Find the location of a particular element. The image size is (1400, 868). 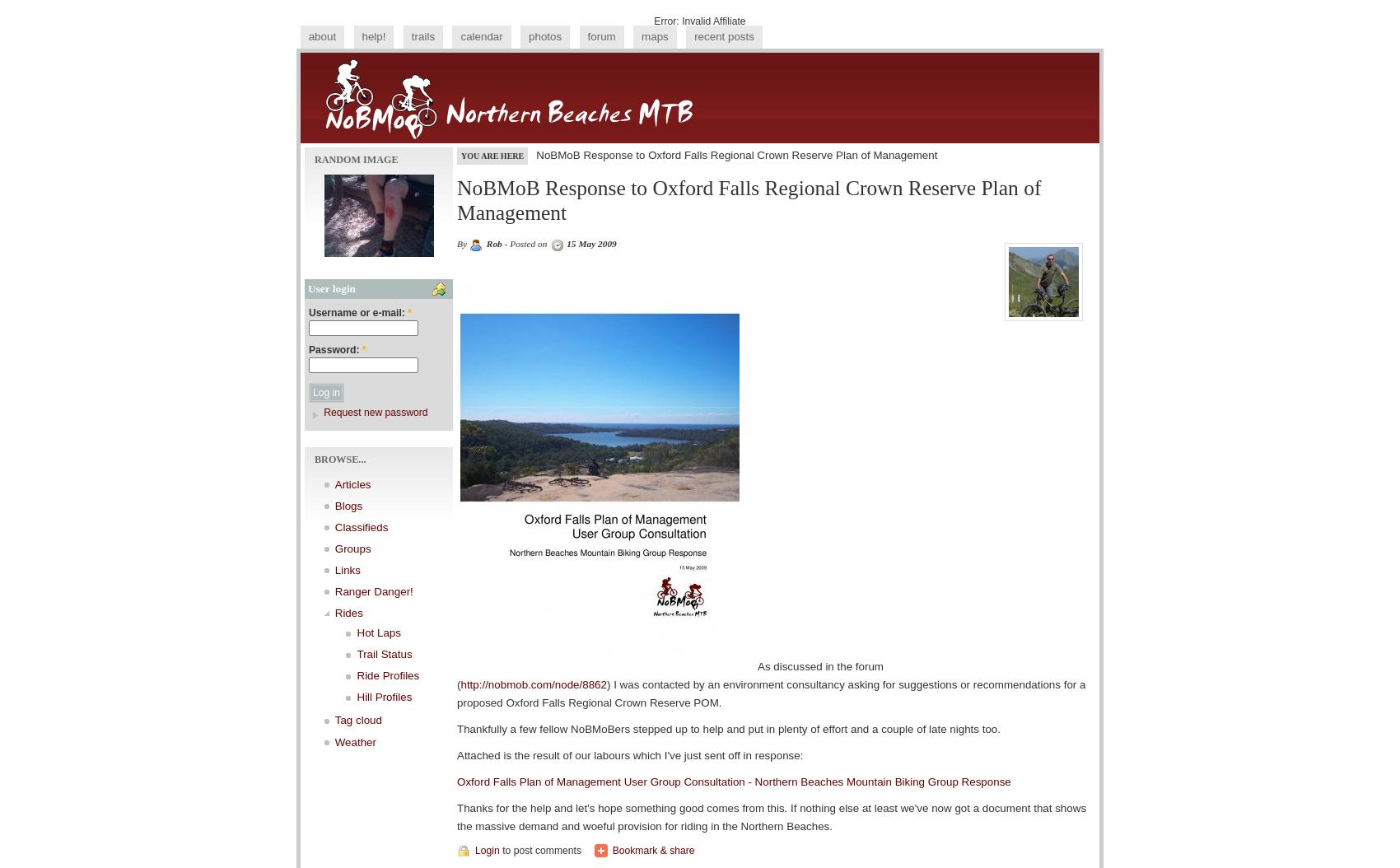

'Links' is located at coordinates (346, 569).